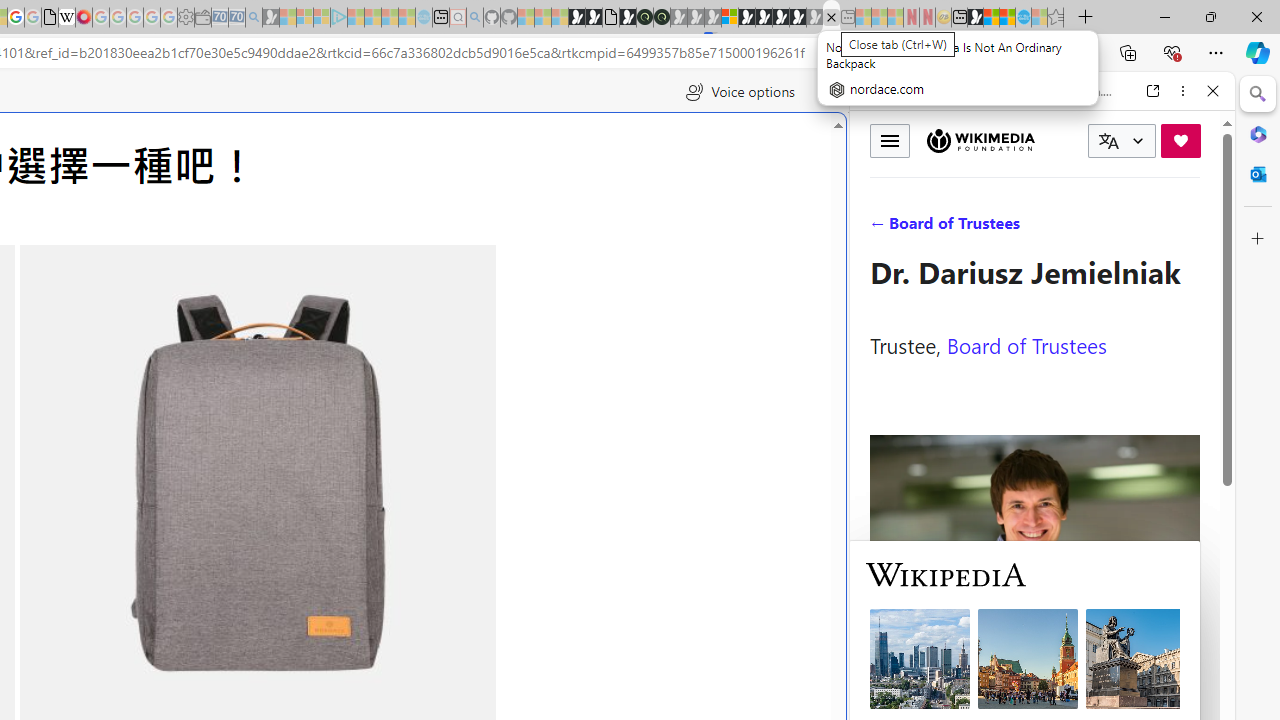 The height and width of the screenshot is (720, 1280). I want to click on 'Class: i icon icon-translate language-switcher__icon', so click(1108, 140).